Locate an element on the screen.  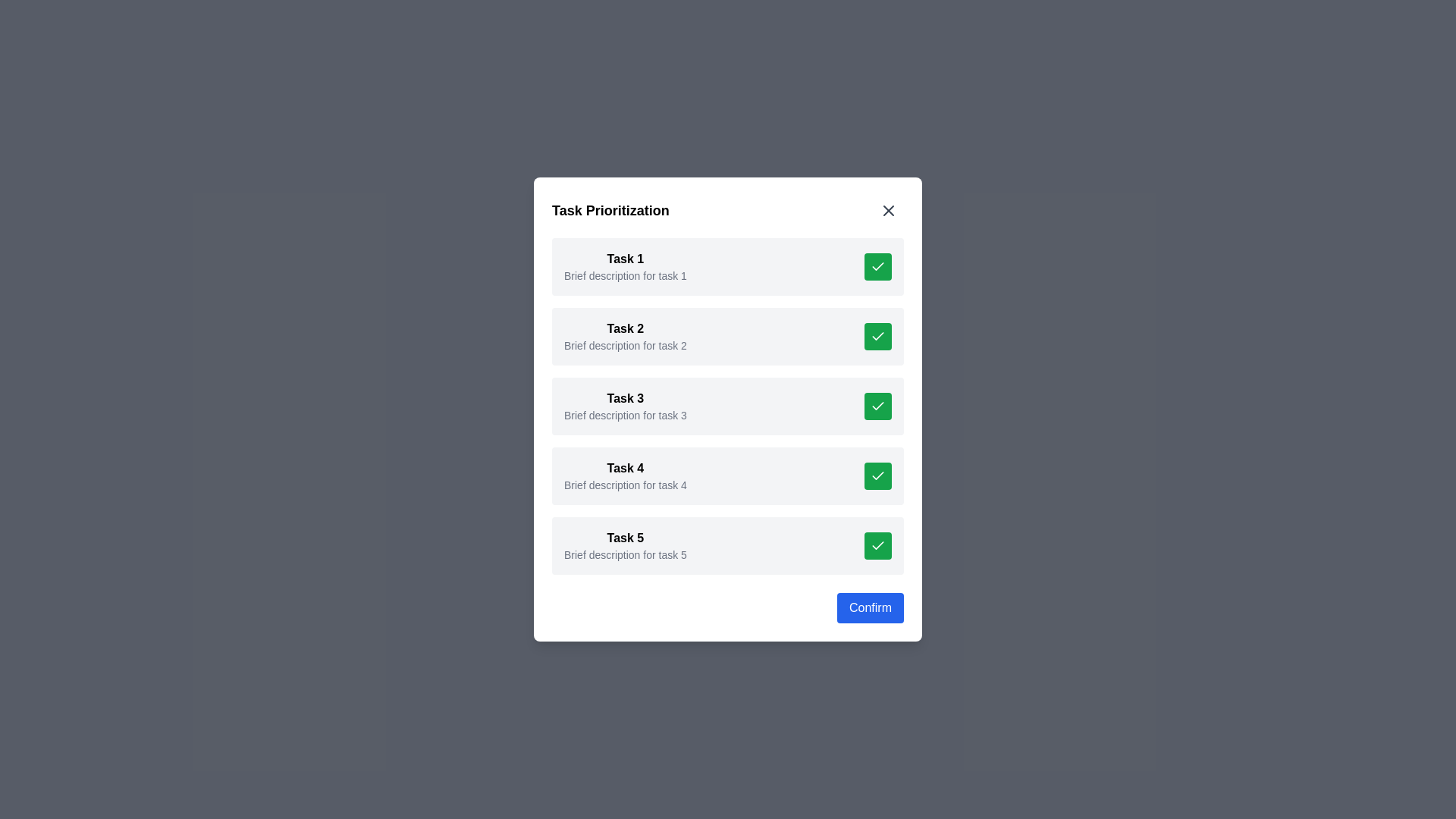
the checkmark icon with a green background and white checkmark in the third task row of the task management dialog is located at coordinates (877, 405).